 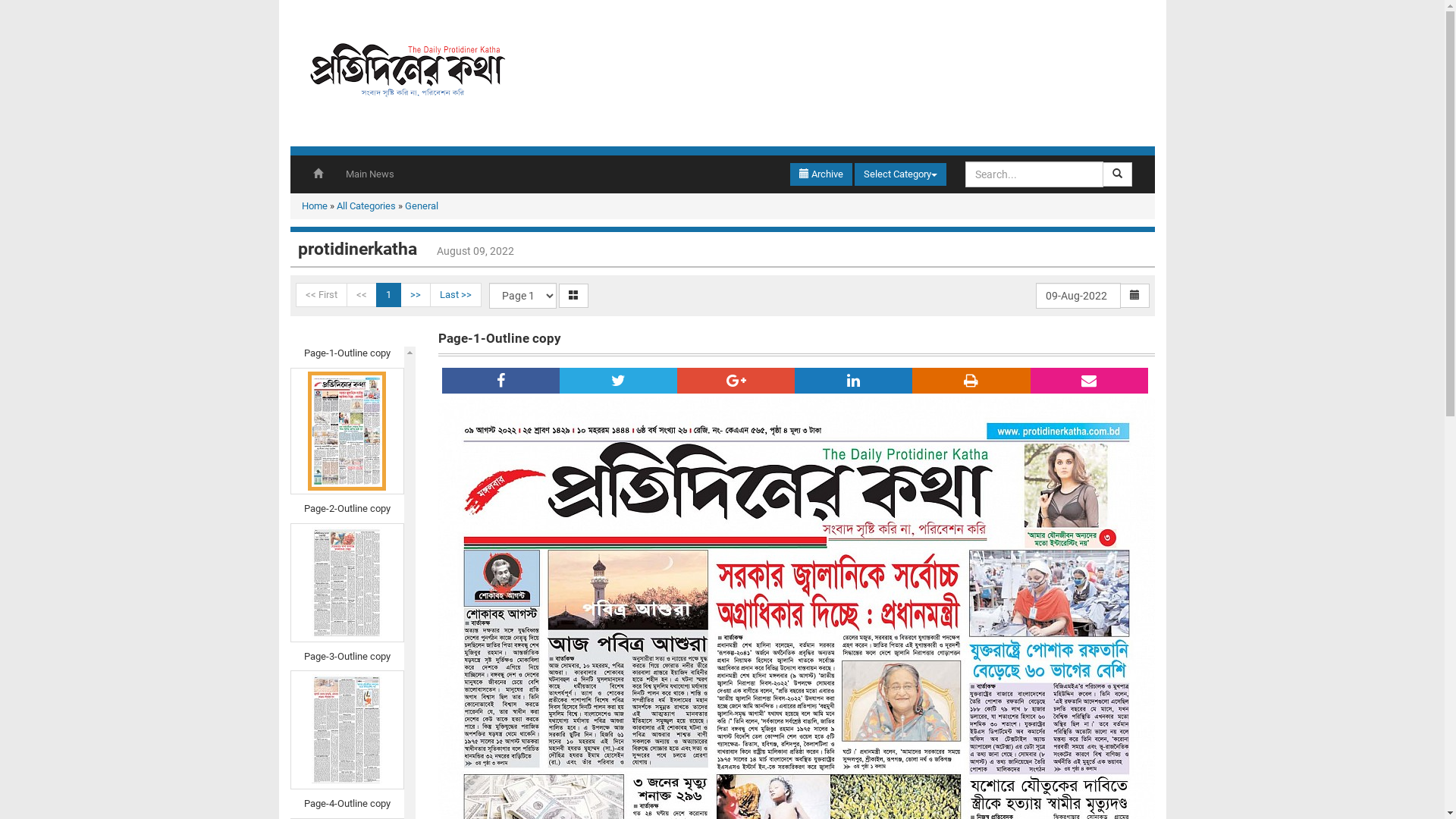 I want to click on 'All Categories', so click(x=366, y=206).